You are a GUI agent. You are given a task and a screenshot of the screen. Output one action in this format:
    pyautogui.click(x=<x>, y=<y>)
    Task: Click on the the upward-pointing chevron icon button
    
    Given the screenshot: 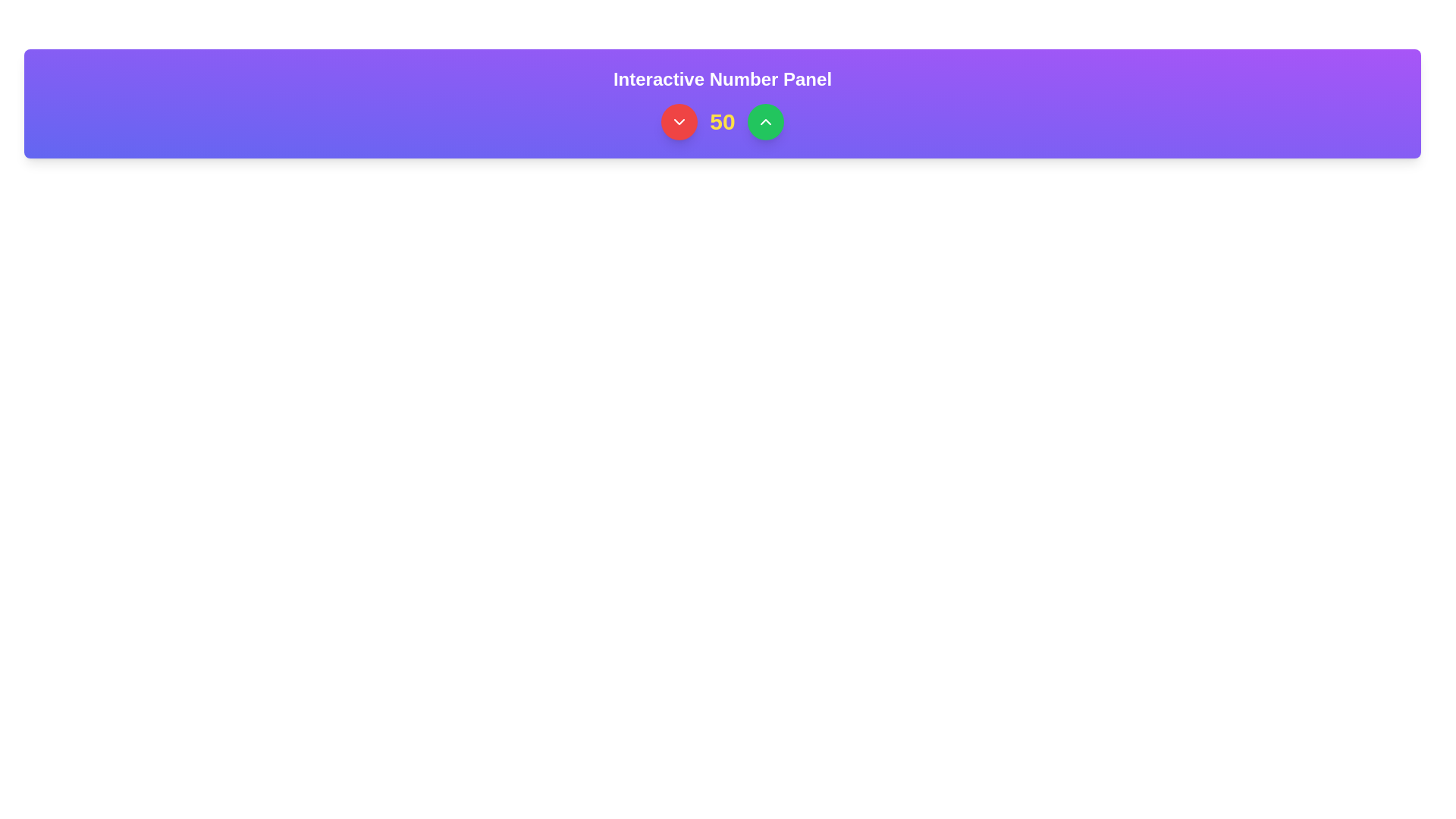 What is the action you would take?
    pyautogui.click(x=765, y=121)
    